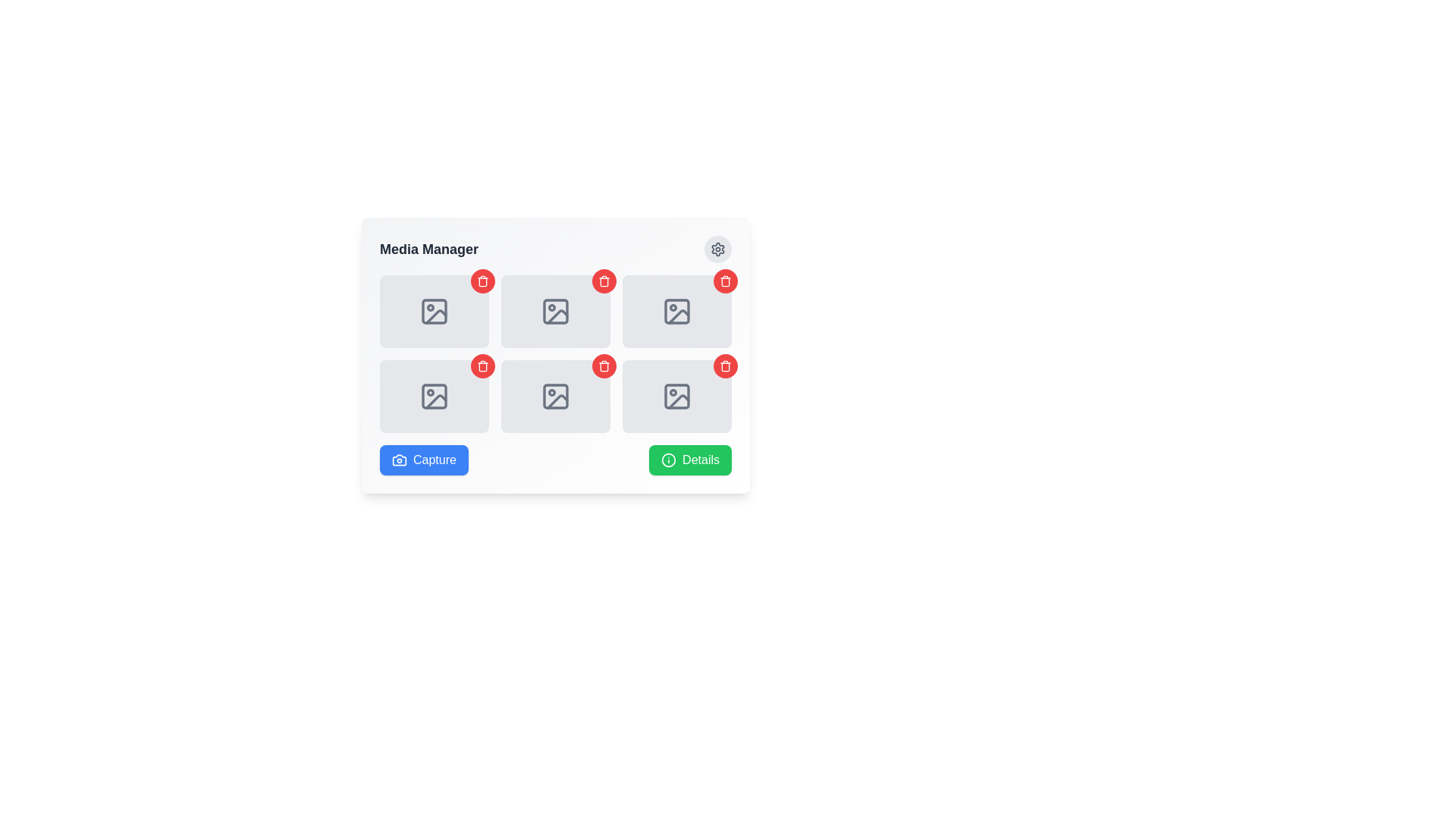 The height and width of the screenshot is (819, 1456). I want to click on the graphical element resembling a mountain range within the SVG icon in the media management panel, so click(557, 400).